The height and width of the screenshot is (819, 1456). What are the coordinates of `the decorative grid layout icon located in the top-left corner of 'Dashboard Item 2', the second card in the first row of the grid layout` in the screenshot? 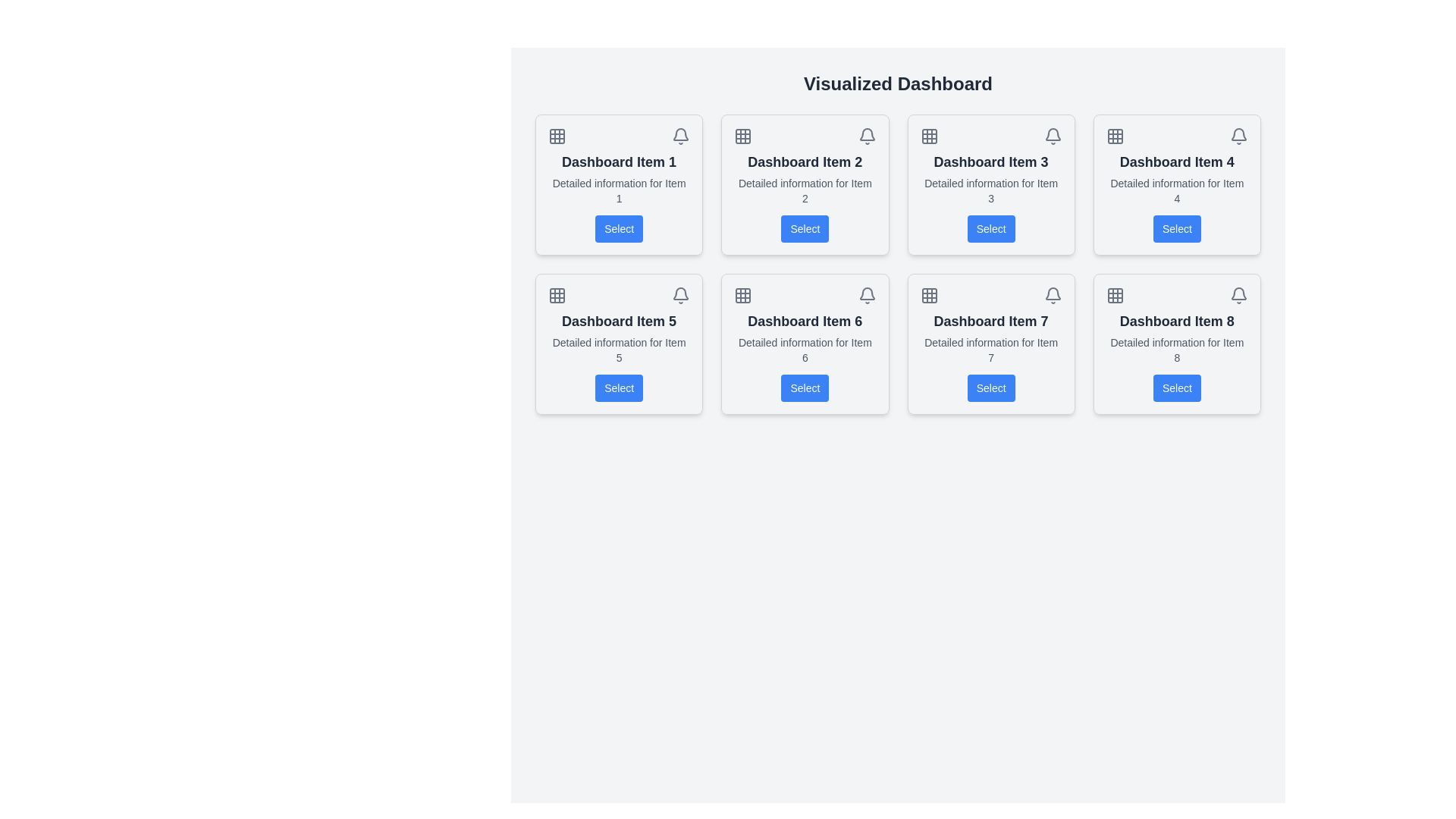 It's located at (743, 136).